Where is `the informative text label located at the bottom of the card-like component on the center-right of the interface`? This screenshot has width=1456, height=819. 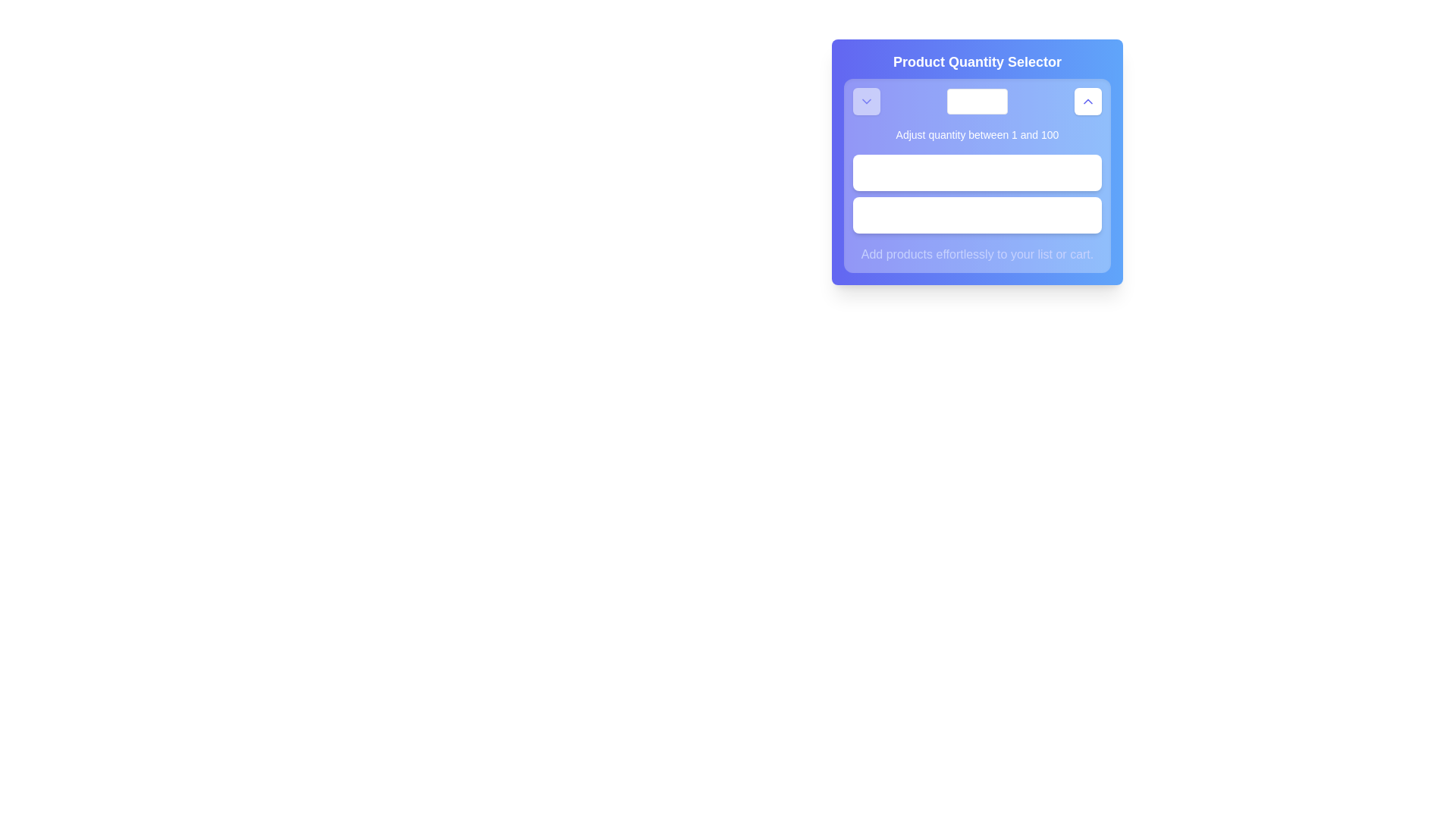
the informative text label located at the bottom of the card-like component on the center-right of the interface is located at coordinates (977, 253).